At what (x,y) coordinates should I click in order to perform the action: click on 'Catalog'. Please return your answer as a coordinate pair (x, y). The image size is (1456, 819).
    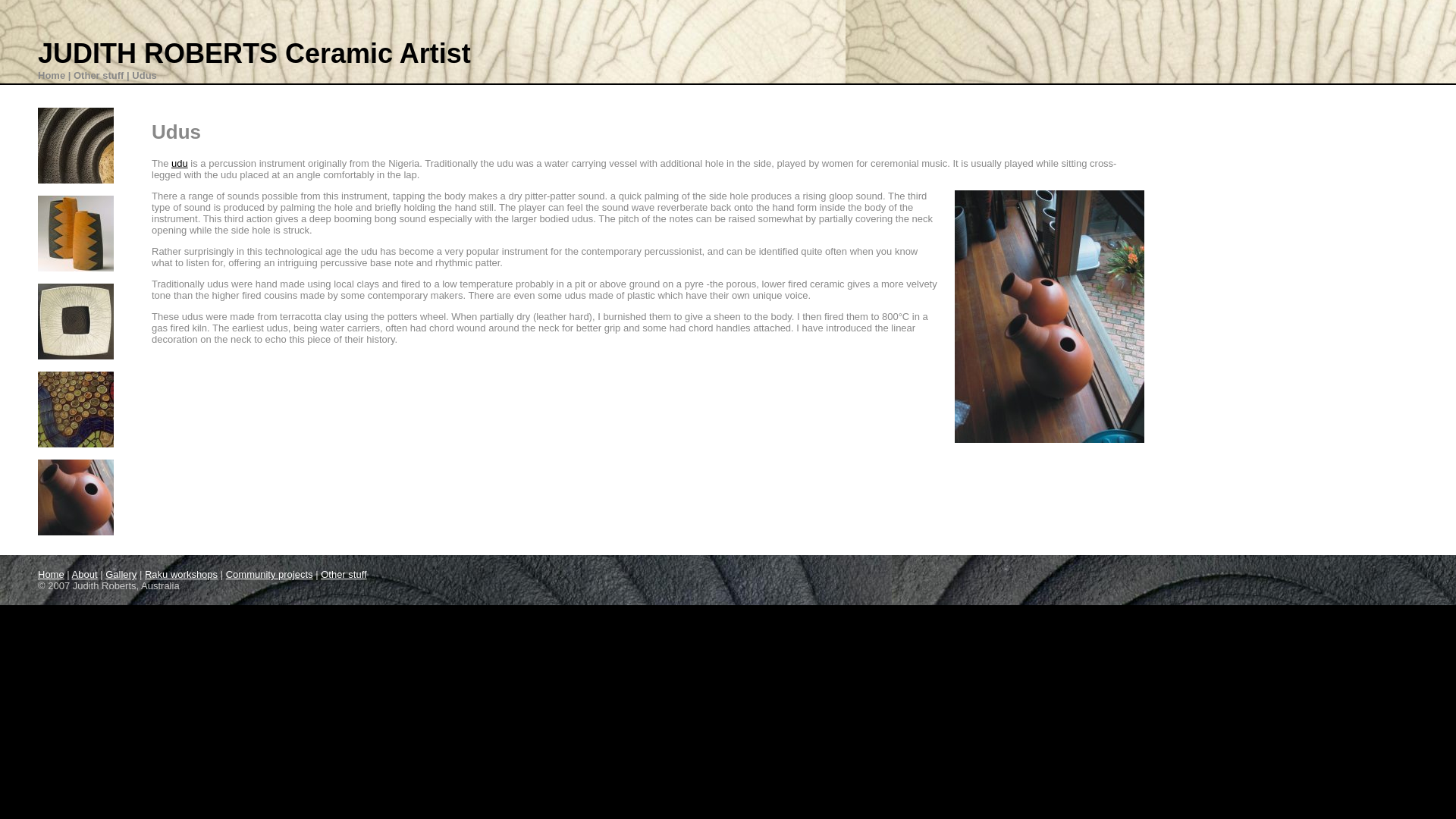
    Looking at the image, I should click on (75, 234).